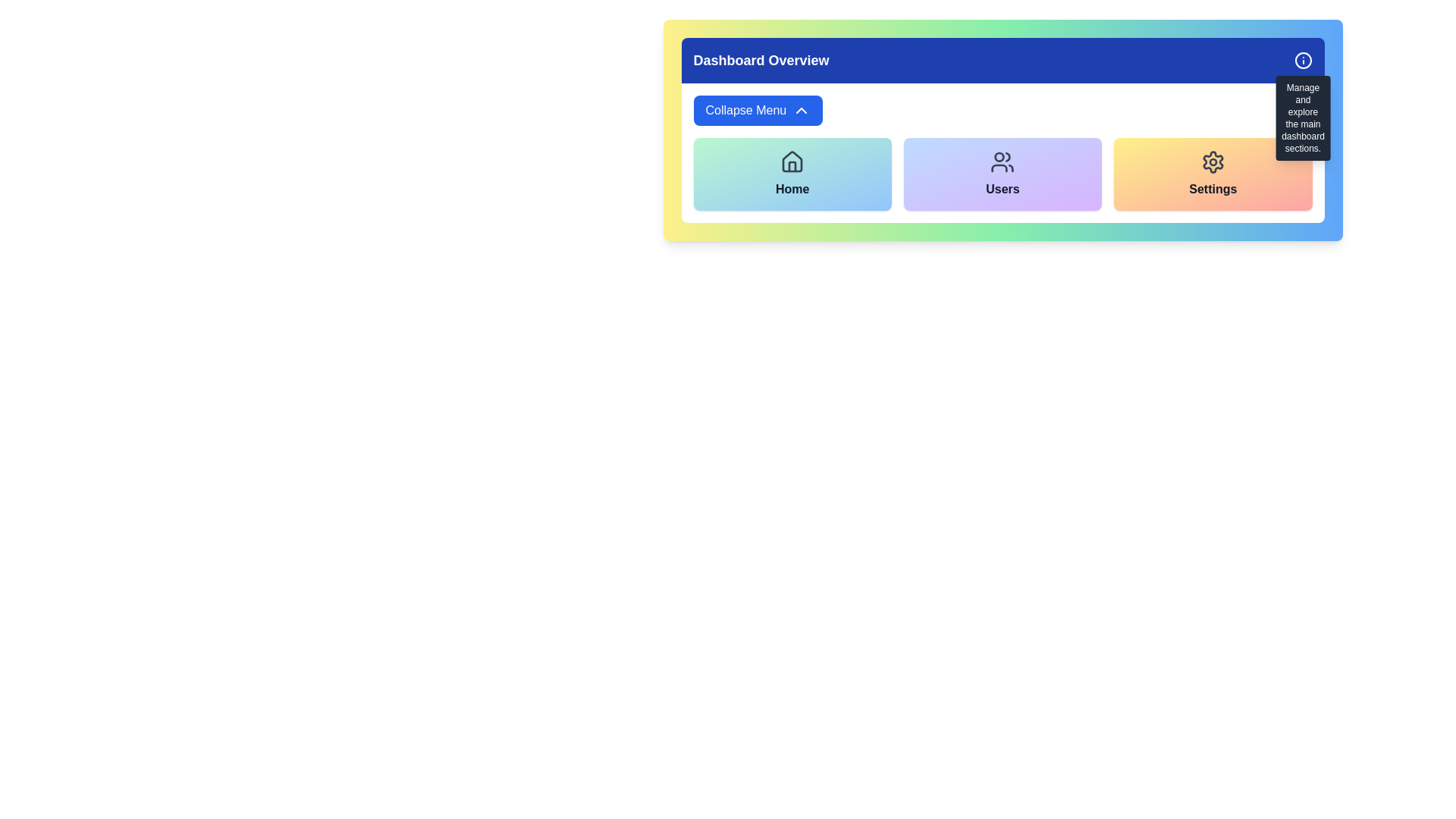  What do you see at coordinates (792, 162) in the screenshot?
I see `the Home icon located beneath the Dashboard Overview title` at bounding box center [792, 162].